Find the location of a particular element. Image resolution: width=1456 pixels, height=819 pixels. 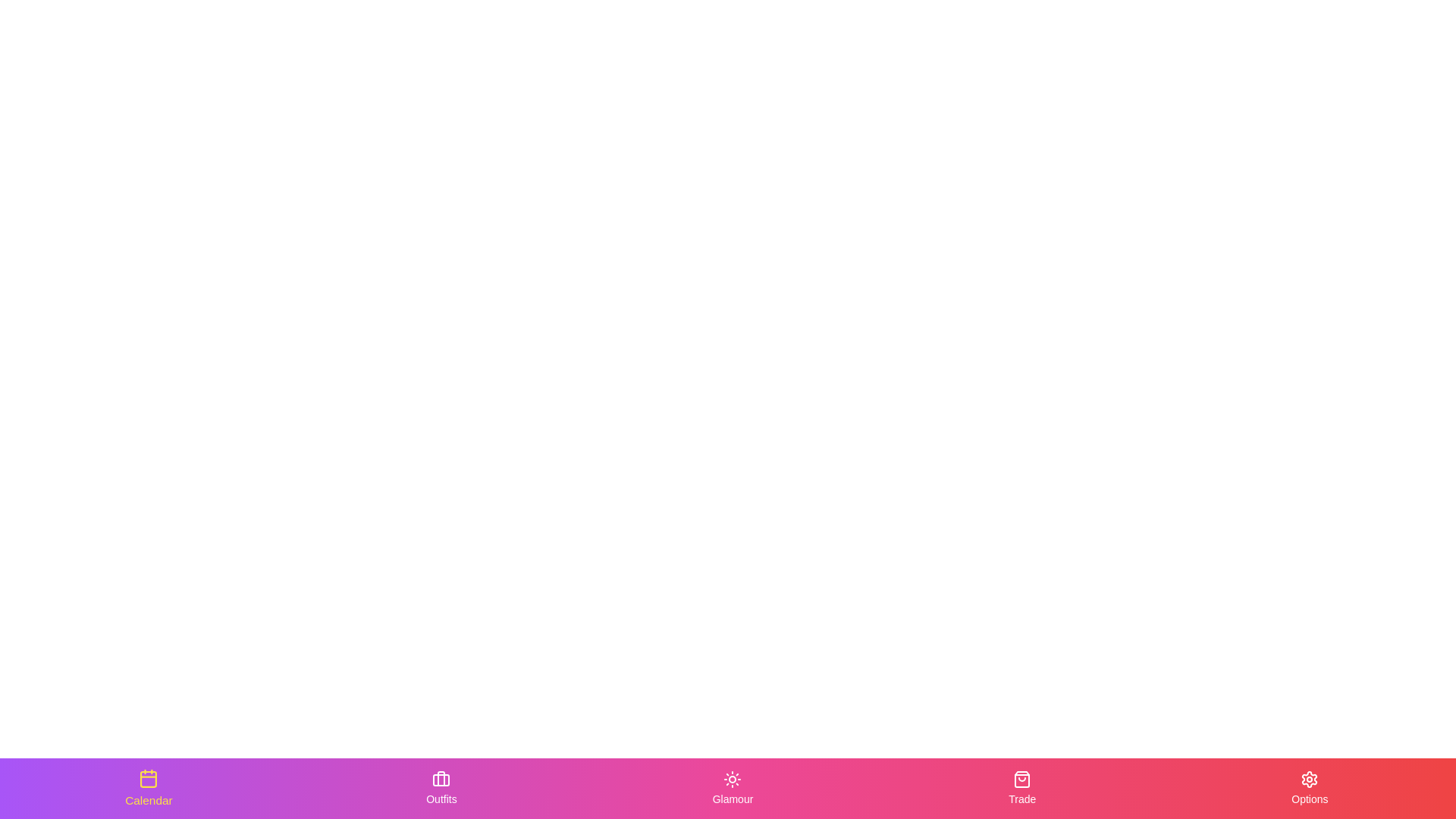

the tab labeled Options to observe its hover effect is located at coordinates (1309, 788).